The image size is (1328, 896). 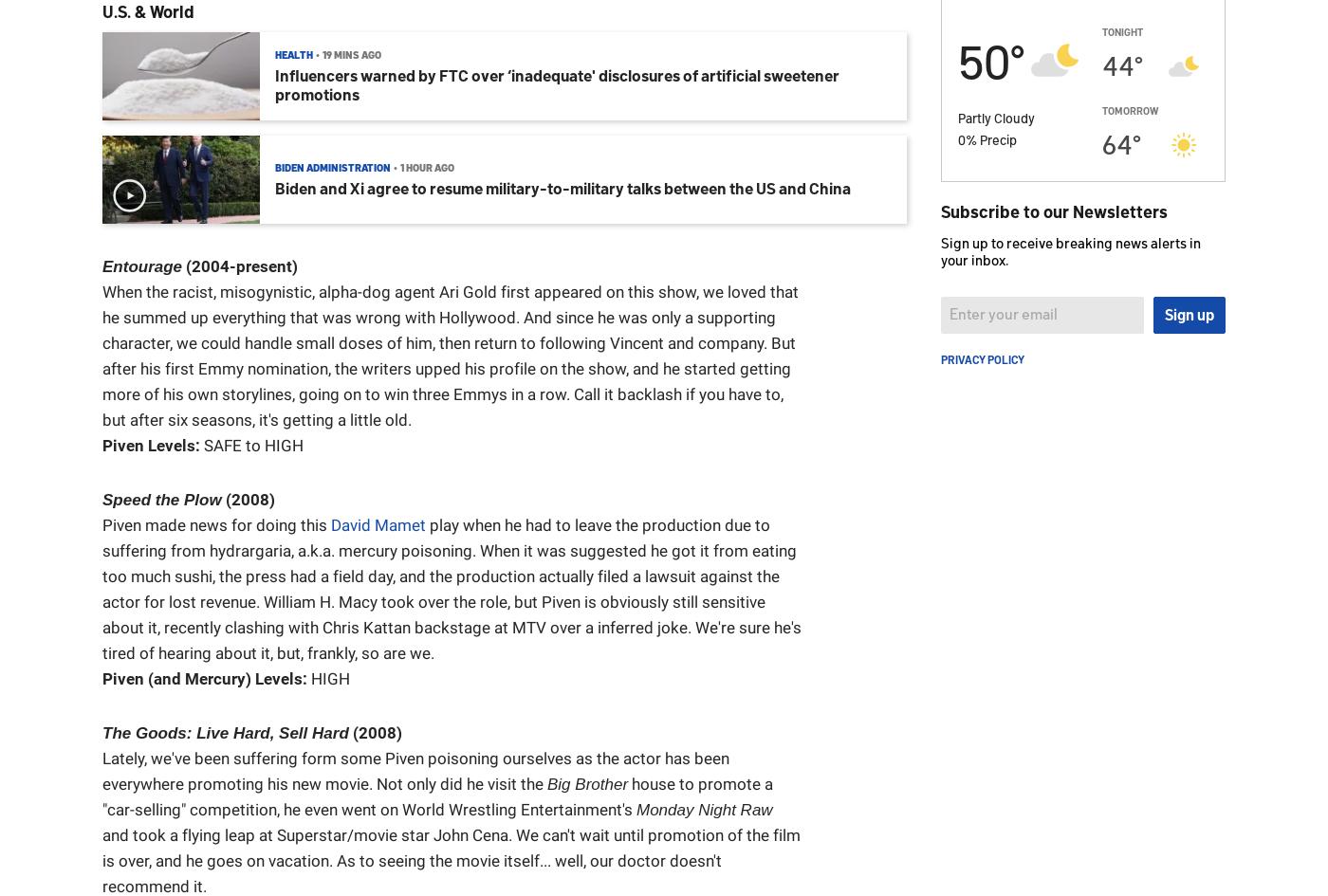 I want to click on 'Biden and Xi agree to resume military-to-military talks between the US and China', so click(x=563, y=187).